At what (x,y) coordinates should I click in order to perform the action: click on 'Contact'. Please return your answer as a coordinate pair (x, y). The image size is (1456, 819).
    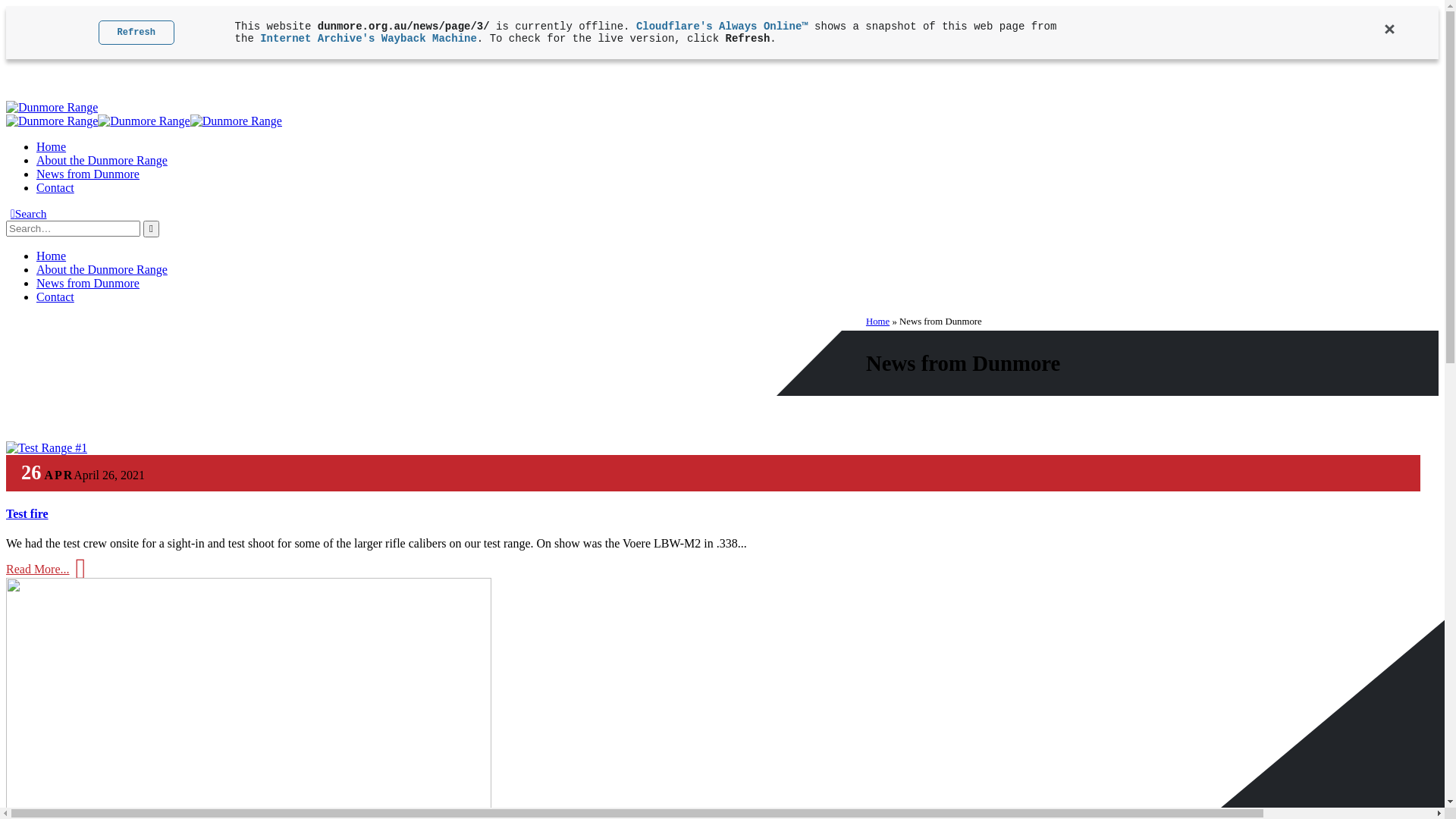
    Looking at the image, I should click on (36, 187).